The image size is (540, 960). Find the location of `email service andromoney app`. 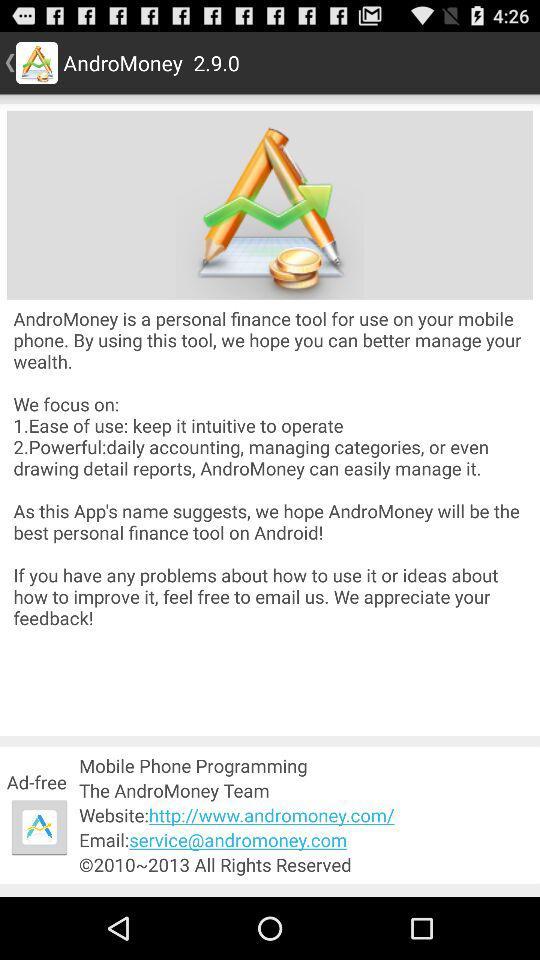

email service andromoney app is located at coordinates (306, 840).